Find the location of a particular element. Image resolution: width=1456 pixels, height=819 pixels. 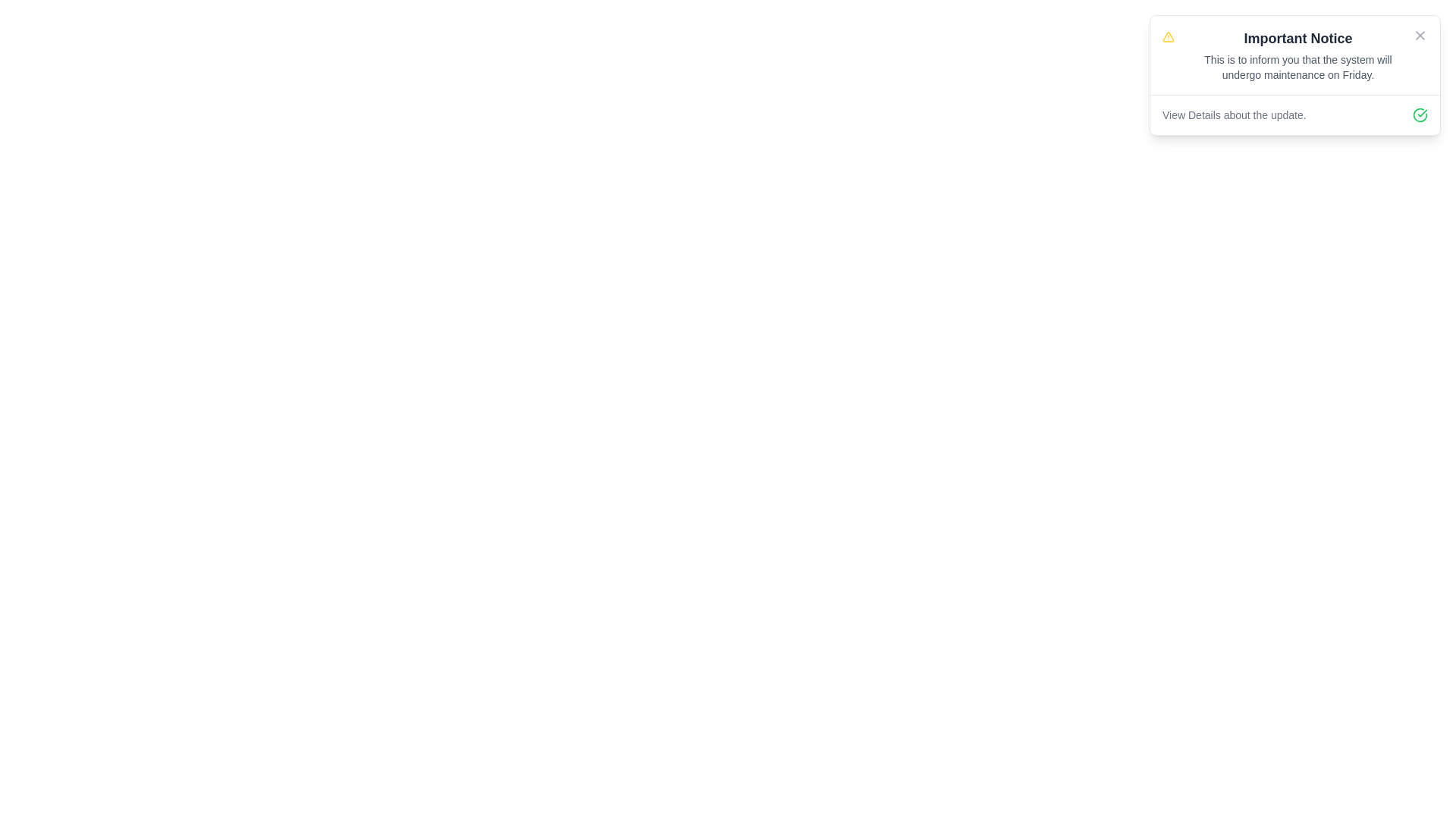

the Text Label that provides supplementary information located in the notification area at the top-right corner of the interface, positioned left of a green checkmark icon is located at coordinates (1234, 114).